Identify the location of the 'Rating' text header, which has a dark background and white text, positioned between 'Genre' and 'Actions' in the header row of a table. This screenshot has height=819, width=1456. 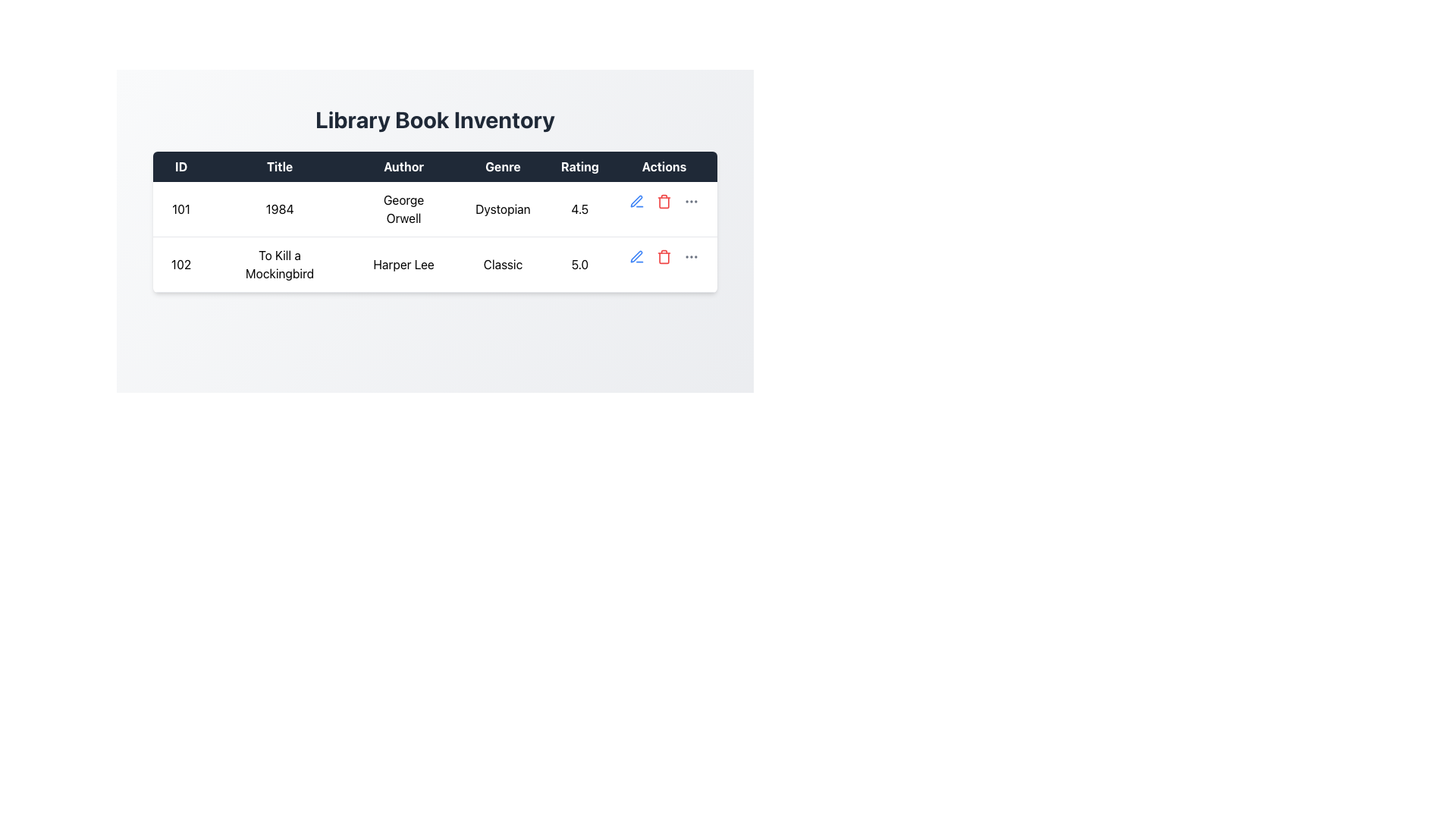
(579, 166).